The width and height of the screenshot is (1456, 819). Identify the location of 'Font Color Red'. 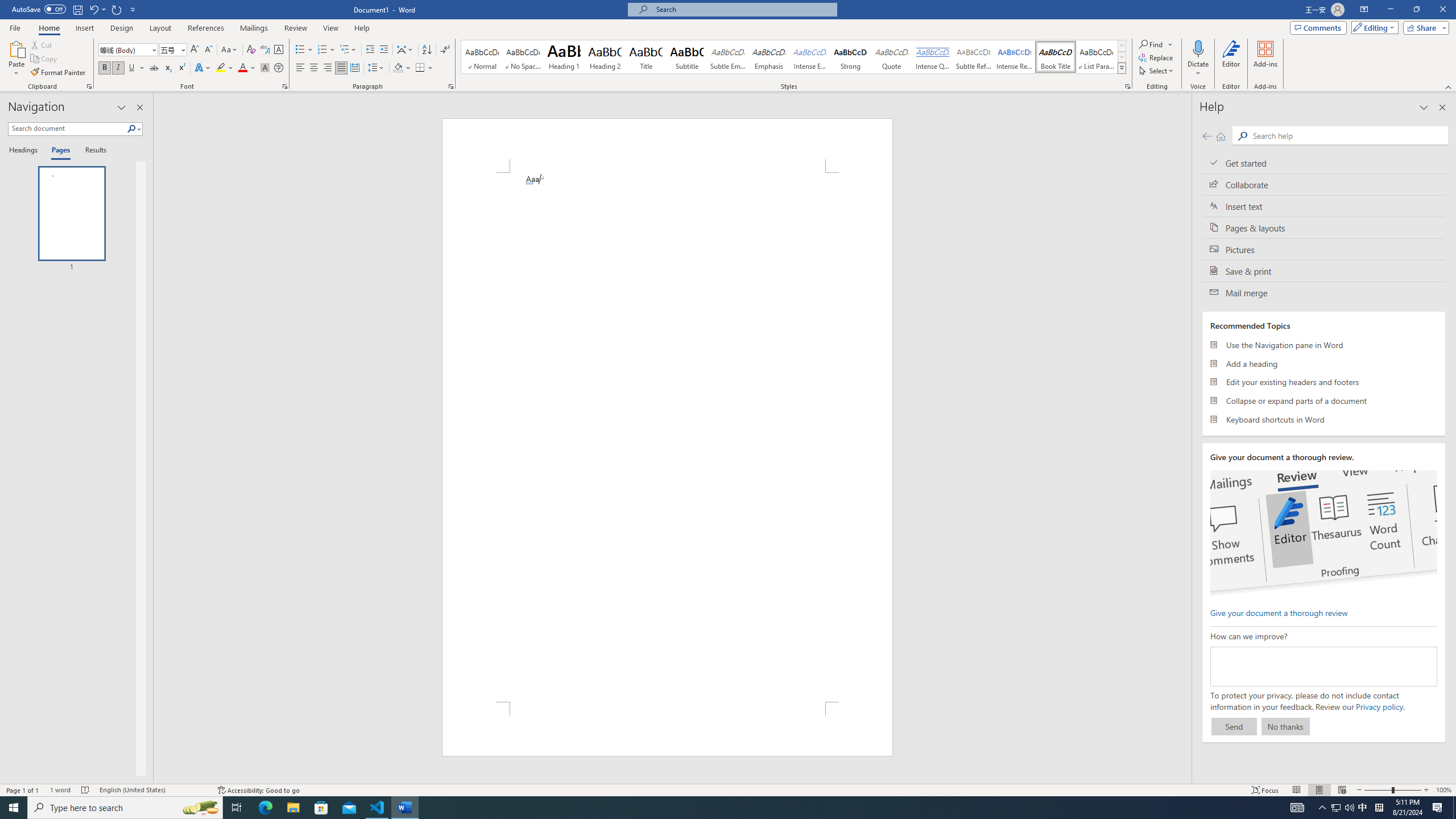
(242, 67).